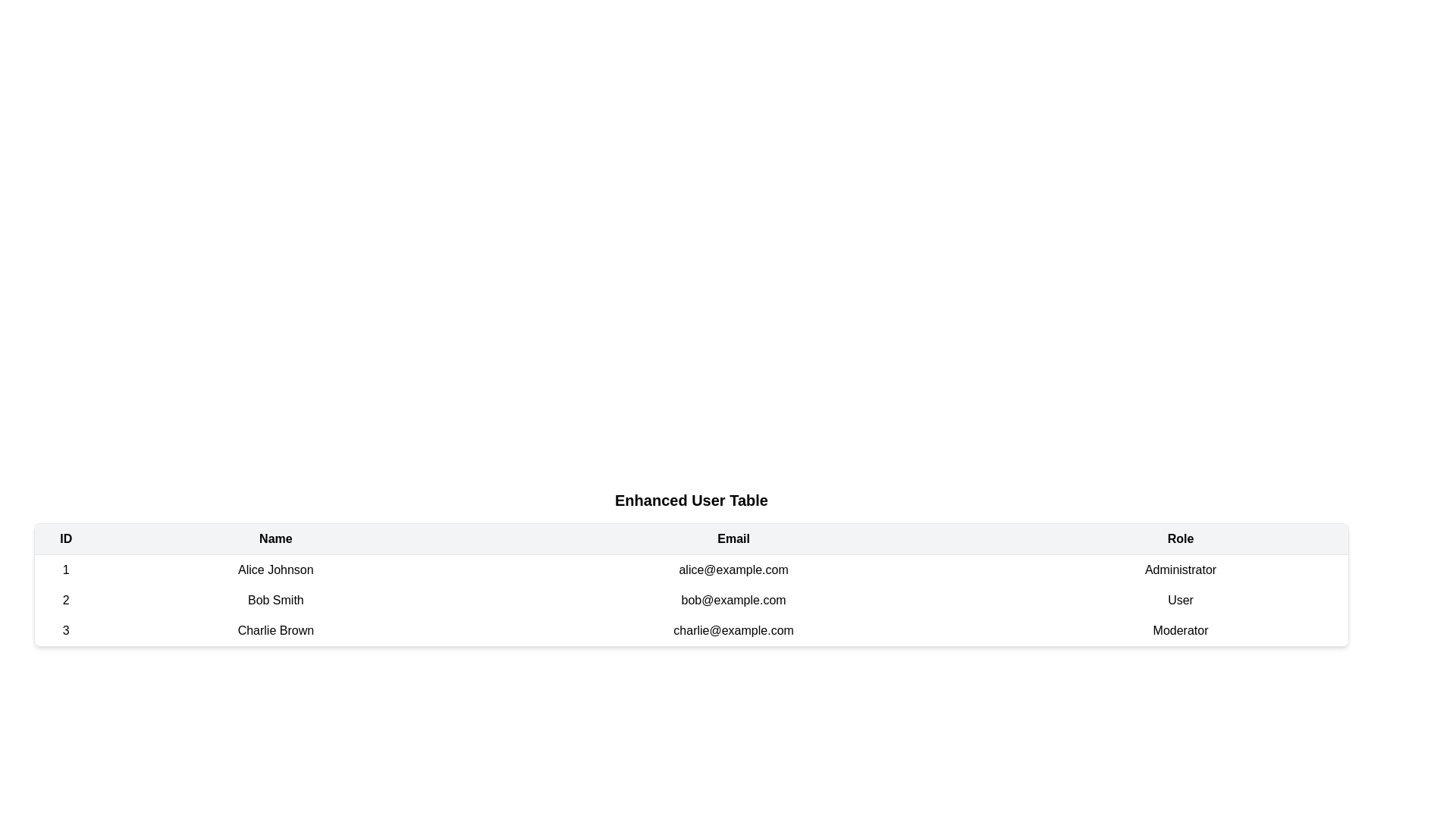 This screenshot has height=819, width=1456. What do you see at coordinates (275, 599) in the screenshot?
I see `the Text label that displays the user name in the 'Name' column of the second row in the table, corresponding to user ID '2'` at bounding box center [275, 599].